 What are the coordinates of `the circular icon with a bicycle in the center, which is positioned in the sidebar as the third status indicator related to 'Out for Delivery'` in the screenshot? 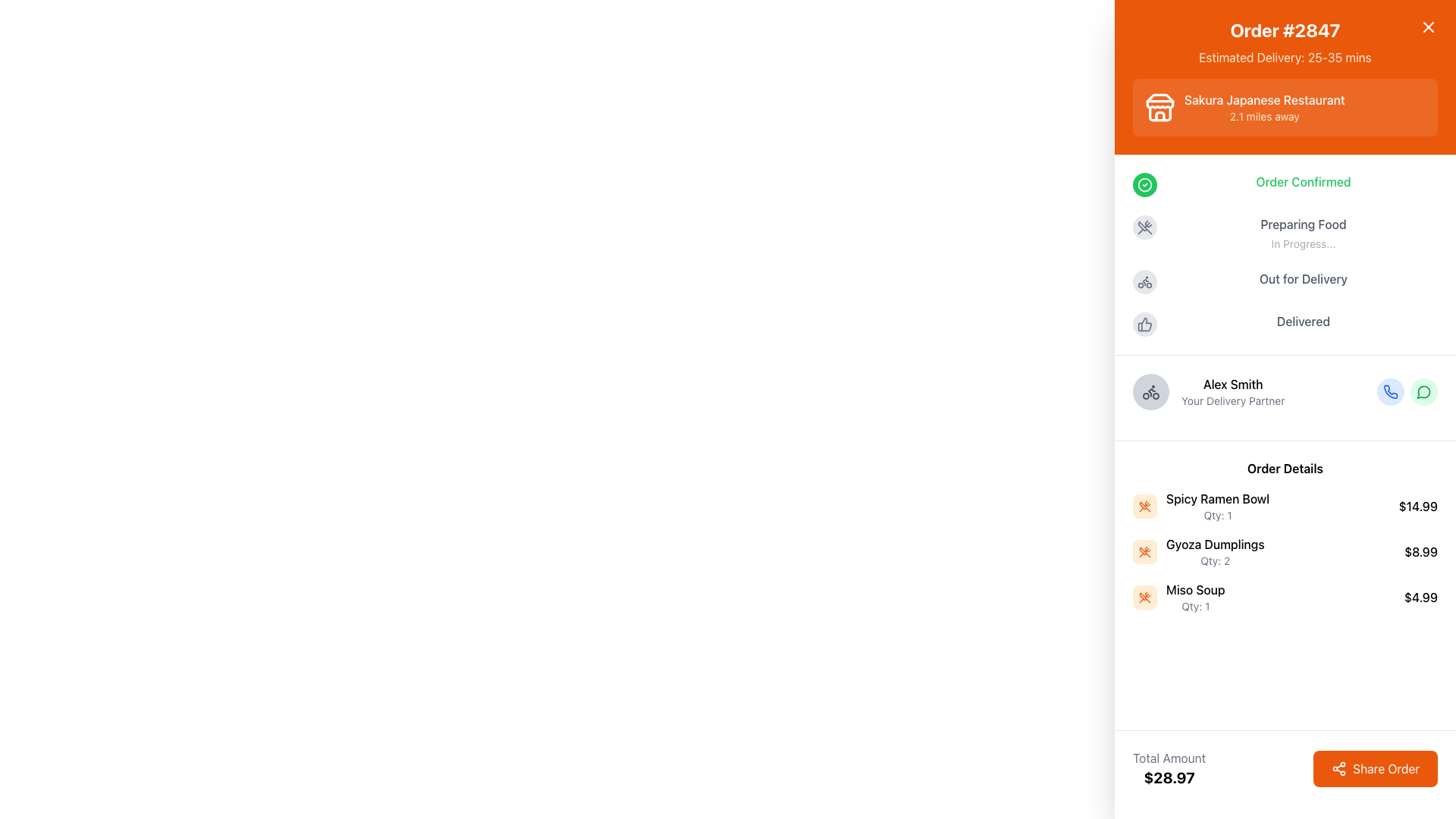 It's located at (1145, 281).